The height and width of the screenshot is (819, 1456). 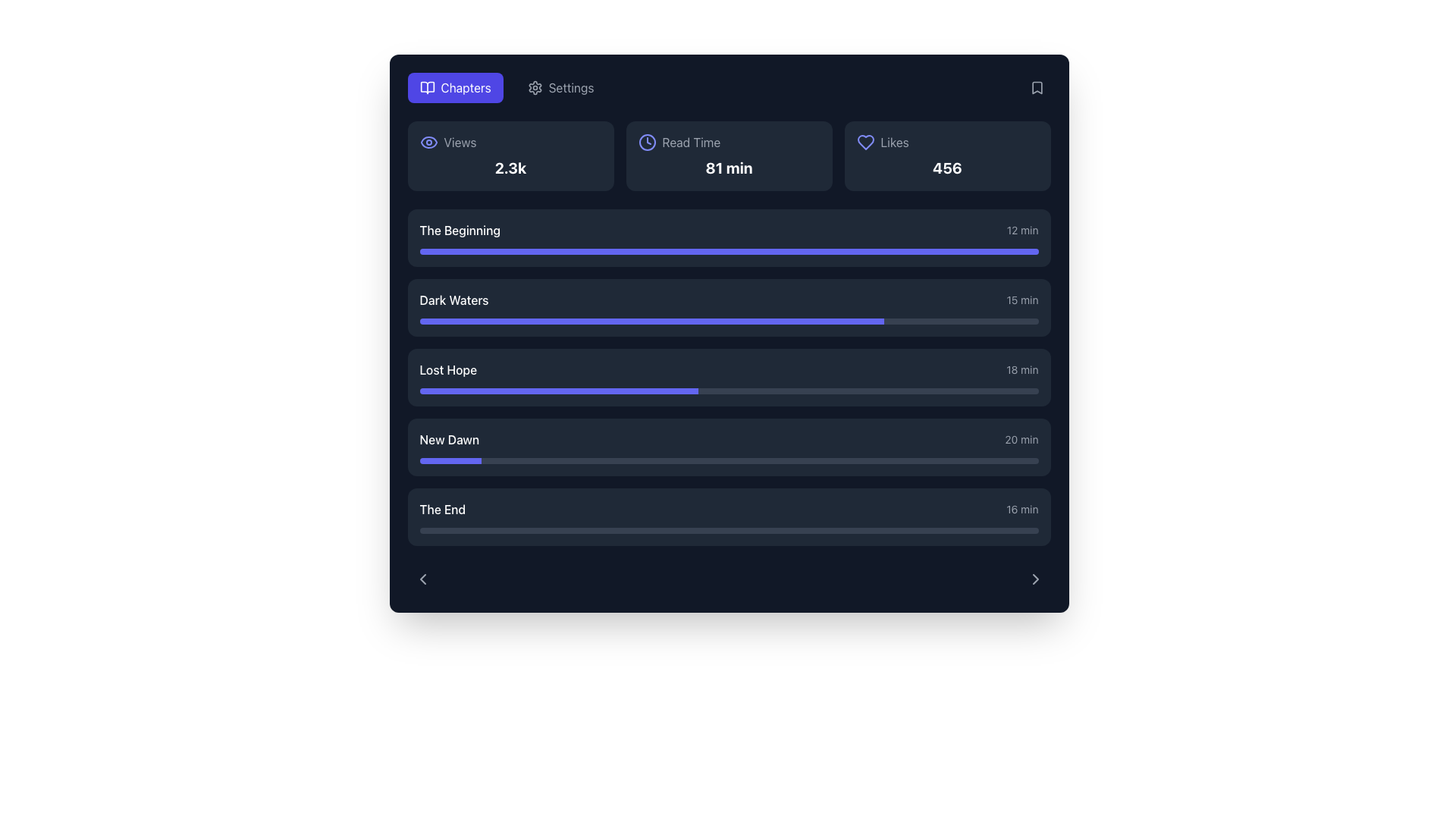 I want to click on displayed content from the Display card labeled 'Likes' which shows the number '456' prominently in white and bold font, so click(x=946, y=155).